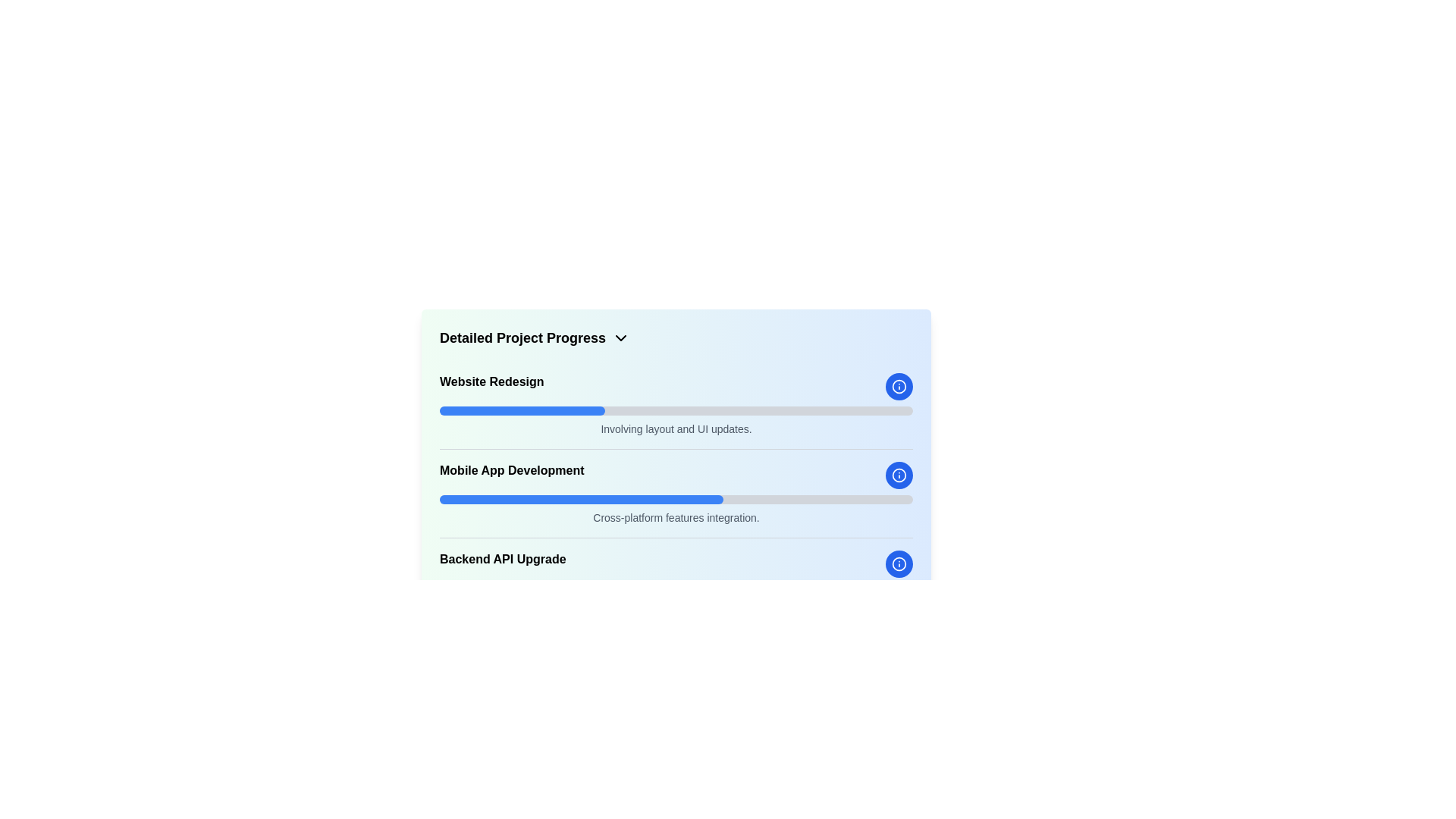  Describe the element at coordinates (482, 500) in the screenshot. I see `progress bar value` at that location.